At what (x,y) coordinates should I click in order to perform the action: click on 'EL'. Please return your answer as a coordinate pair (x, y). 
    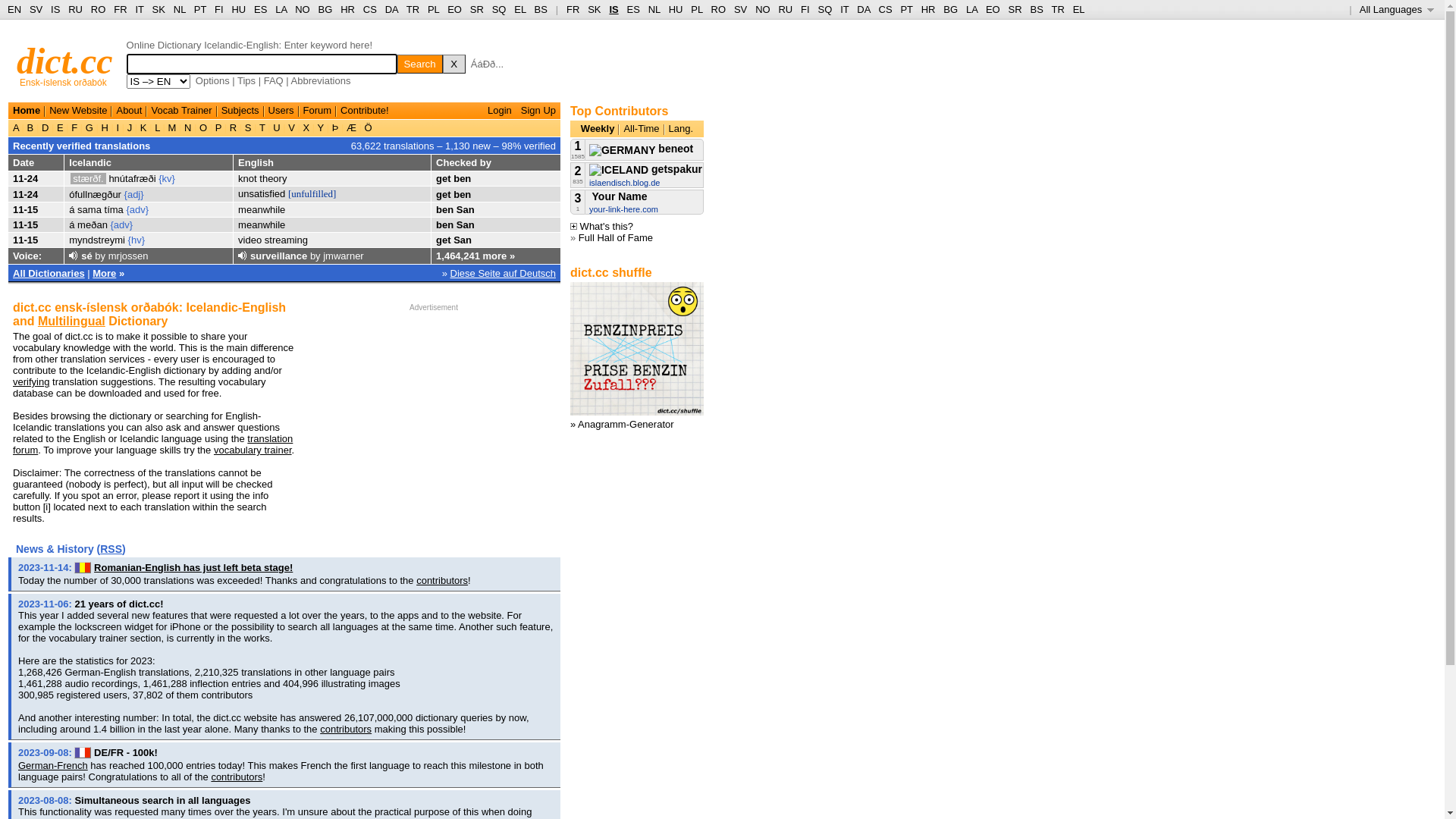
    Looking at the image, I should click on (513, 9).